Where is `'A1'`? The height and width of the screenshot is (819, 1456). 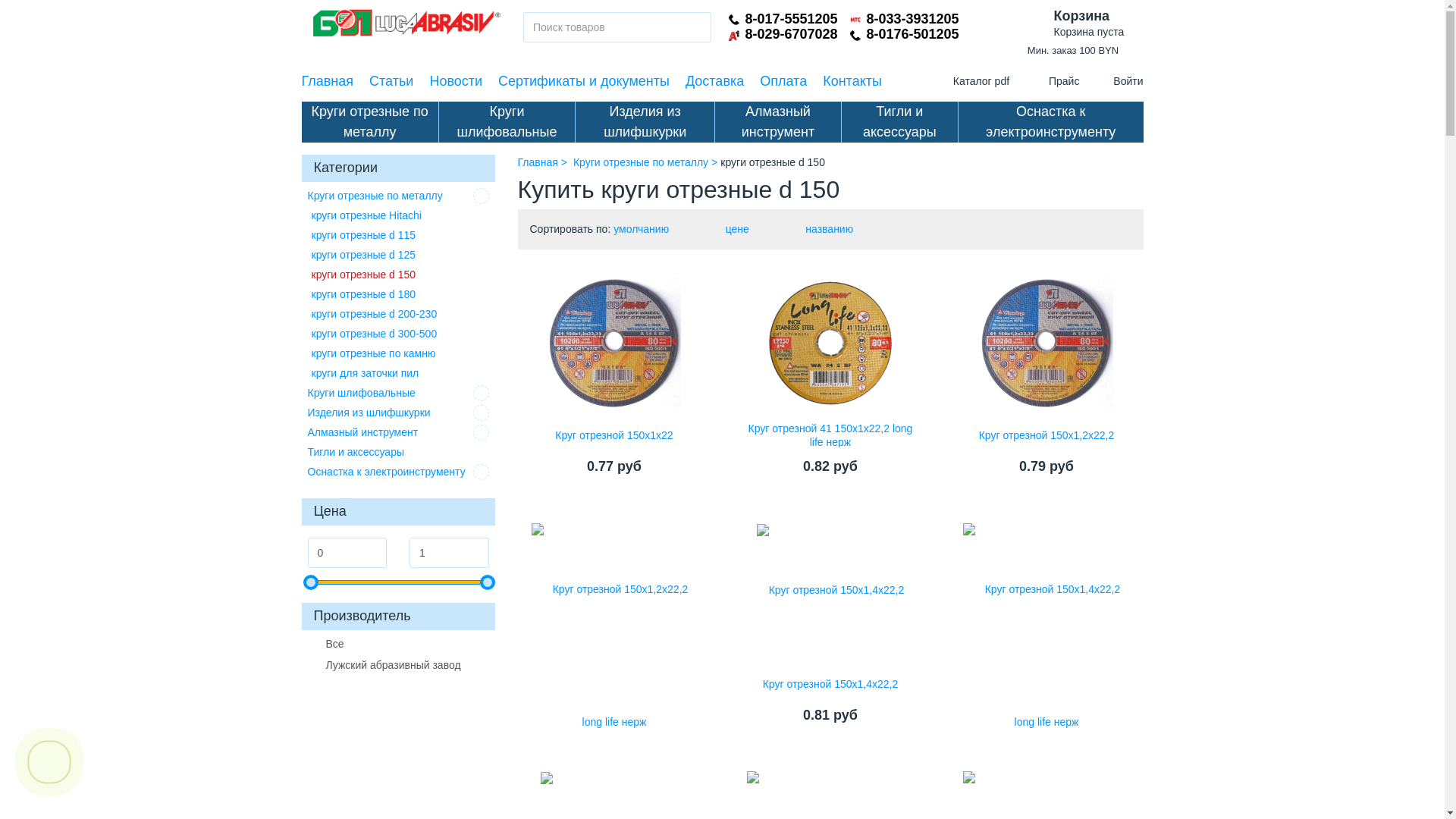
'A1' is located at coordinates (734, 34).